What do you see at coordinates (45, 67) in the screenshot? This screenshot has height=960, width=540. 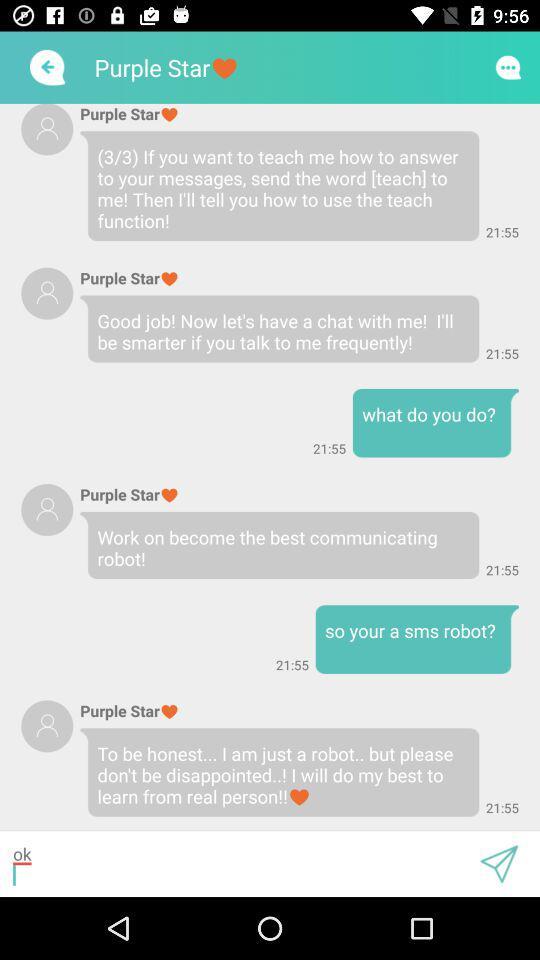 I see `the arrow_backward icon` at bounding box center [45, 67].